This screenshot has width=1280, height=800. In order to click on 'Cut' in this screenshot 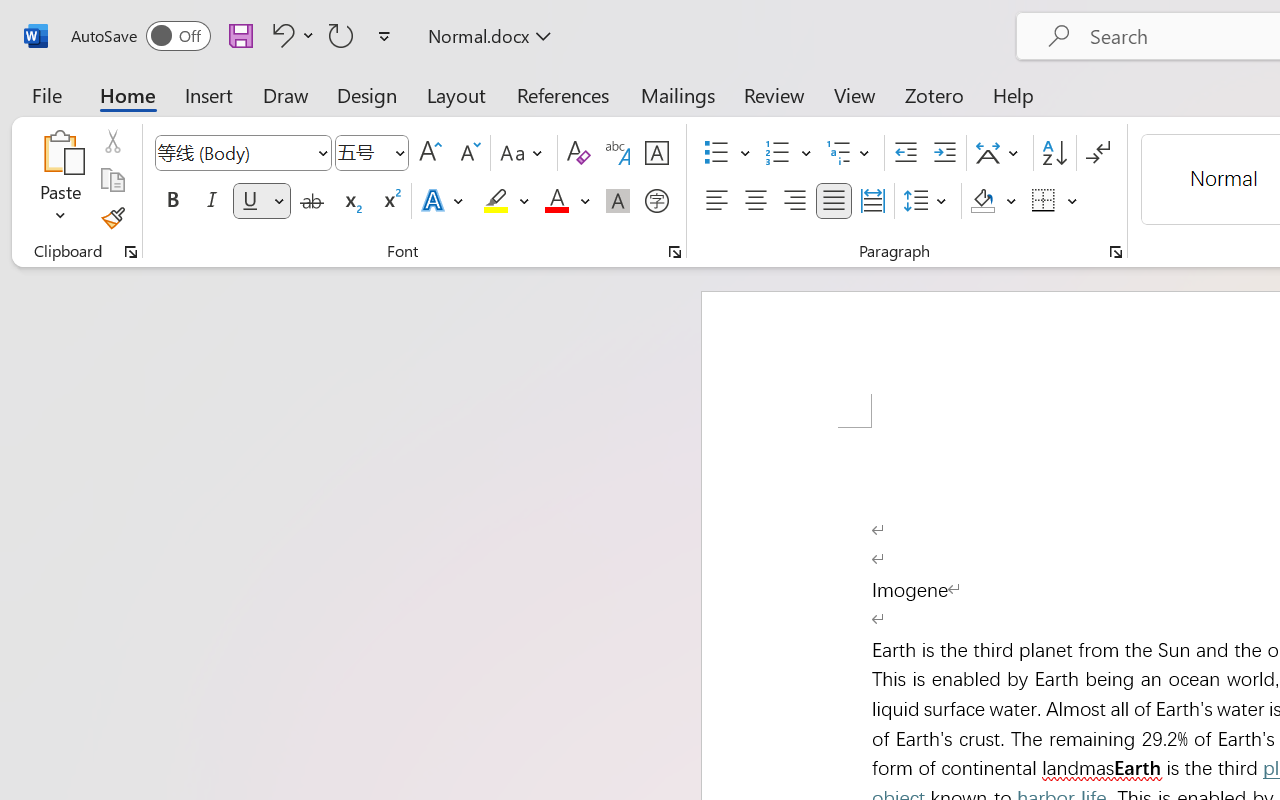, I will do `click(111, 141)`.